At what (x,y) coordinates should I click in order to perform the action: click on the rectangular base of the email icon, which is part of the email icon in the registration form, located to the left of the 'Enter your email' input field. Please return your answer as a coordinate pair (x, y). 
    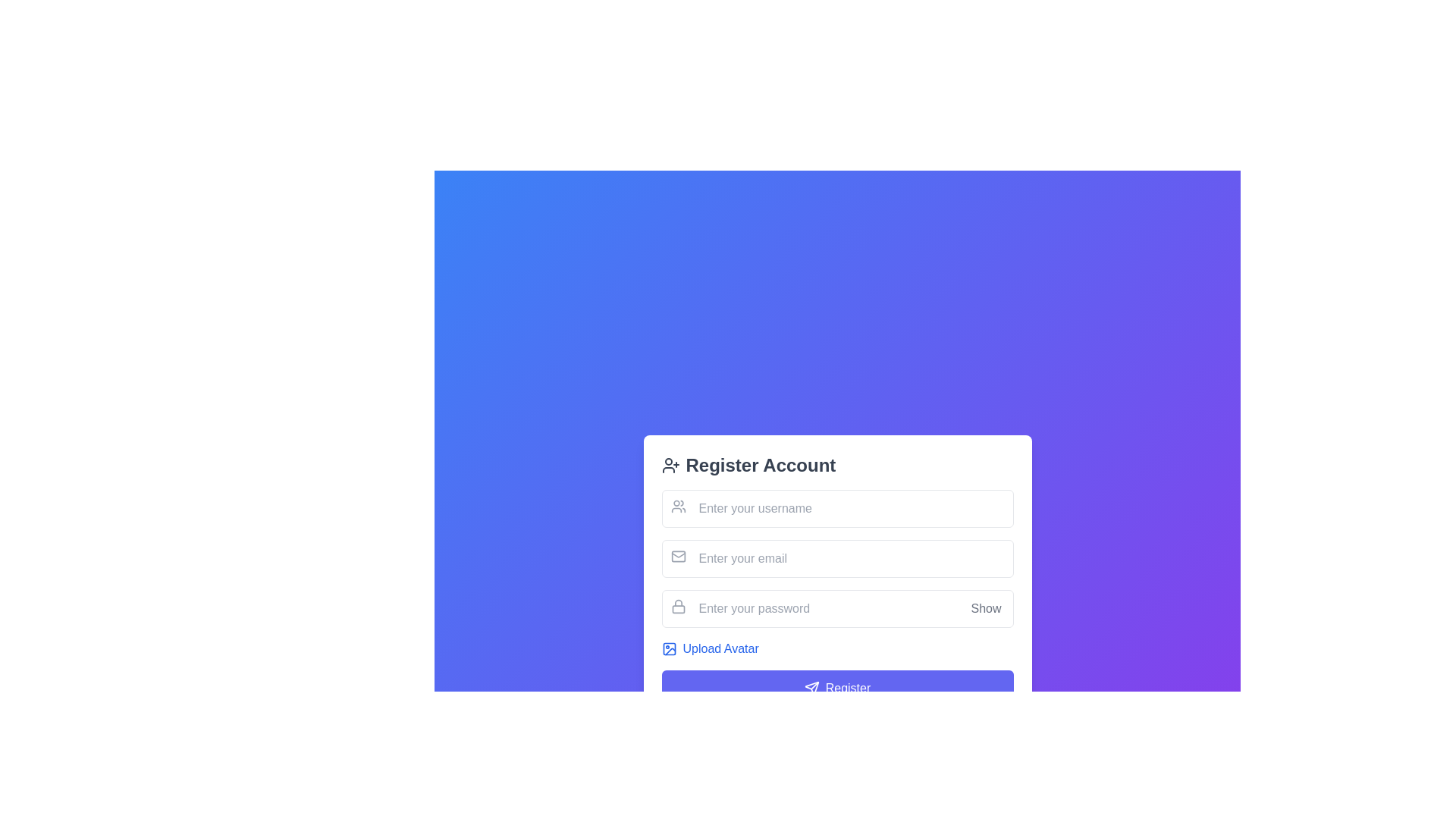
    Looking at the image, I should click on (677, 556).